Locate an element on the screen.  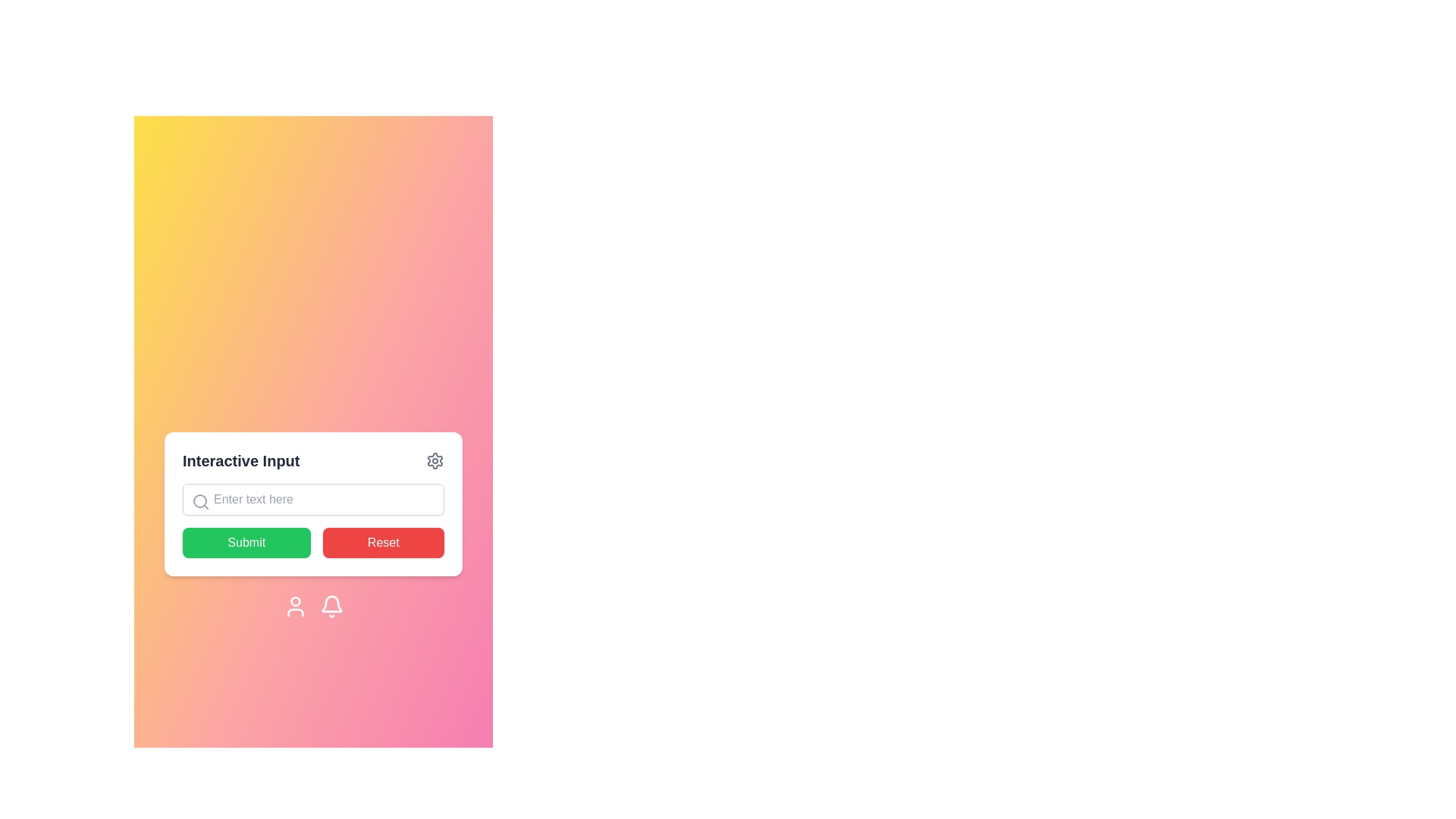
the rectangular red 'Reset' button with white text is located at coordinates (383, 542).